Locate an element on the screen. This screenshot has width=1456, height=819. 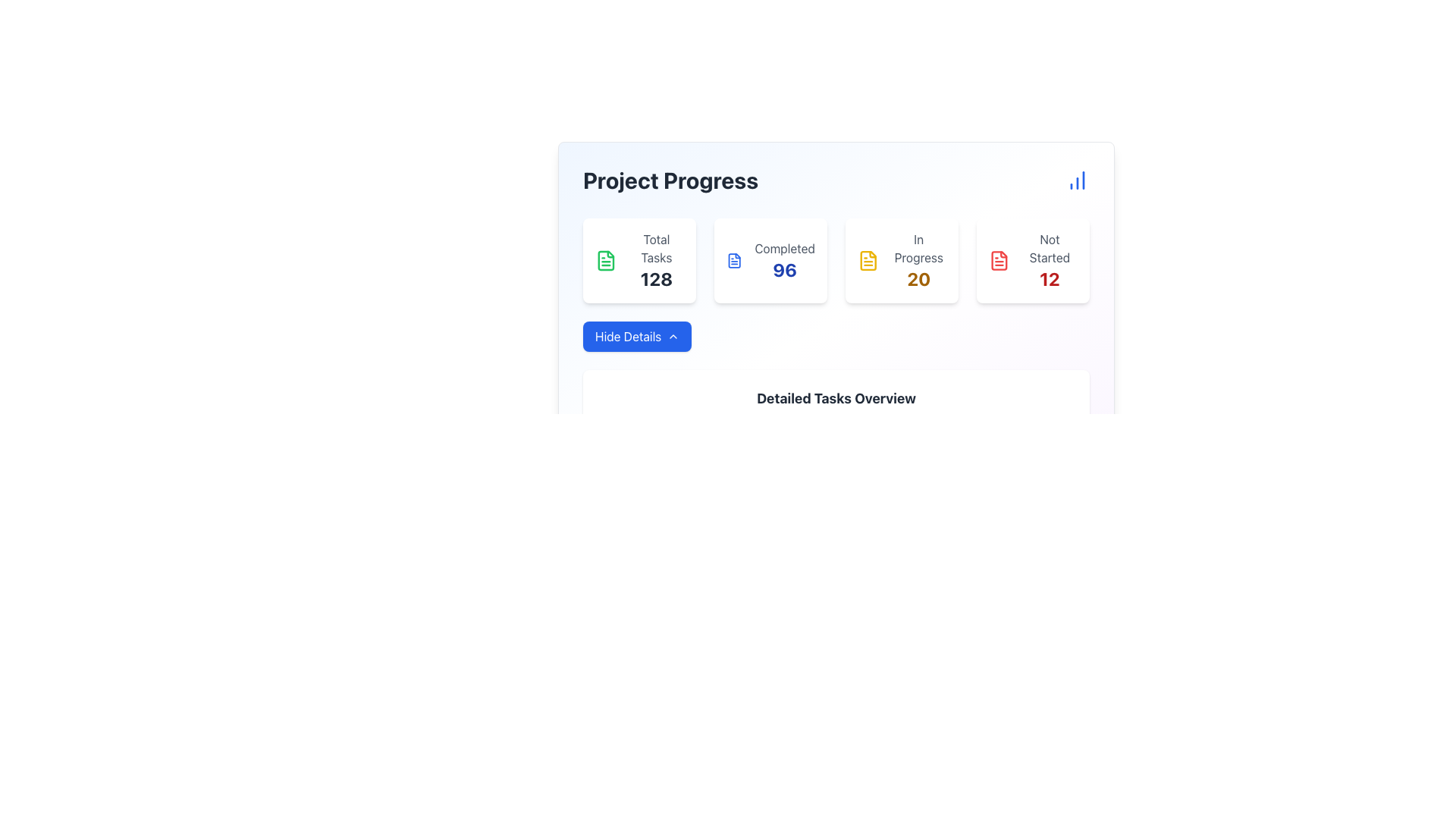
the bolded, large-sized number '128', which is the total tasks label, positioned below the 'Total Tasks' text in the leftmost card is located at coordinates (656, 278).